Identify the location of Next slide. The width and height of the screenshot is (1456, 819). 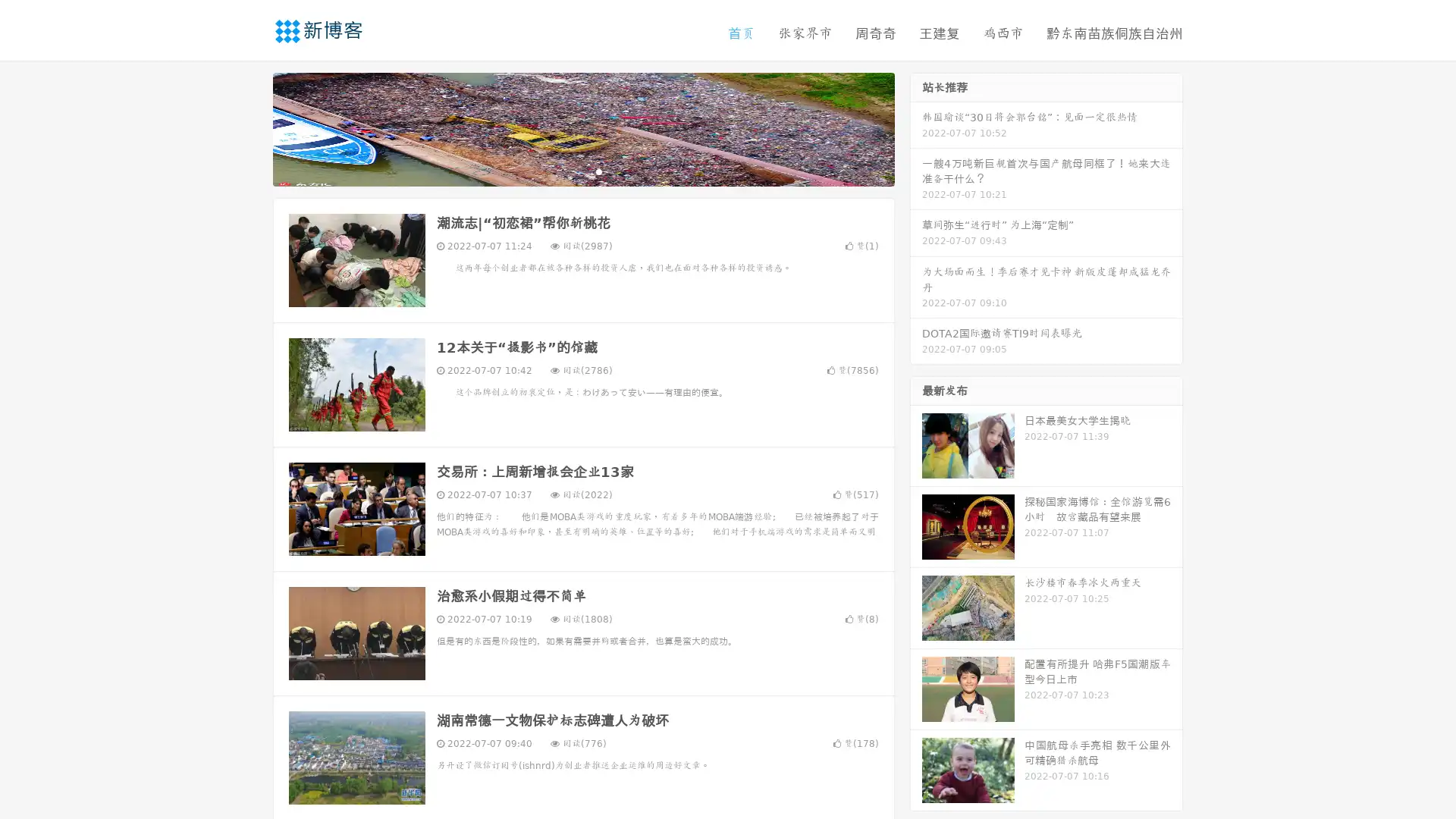
(916, 127).